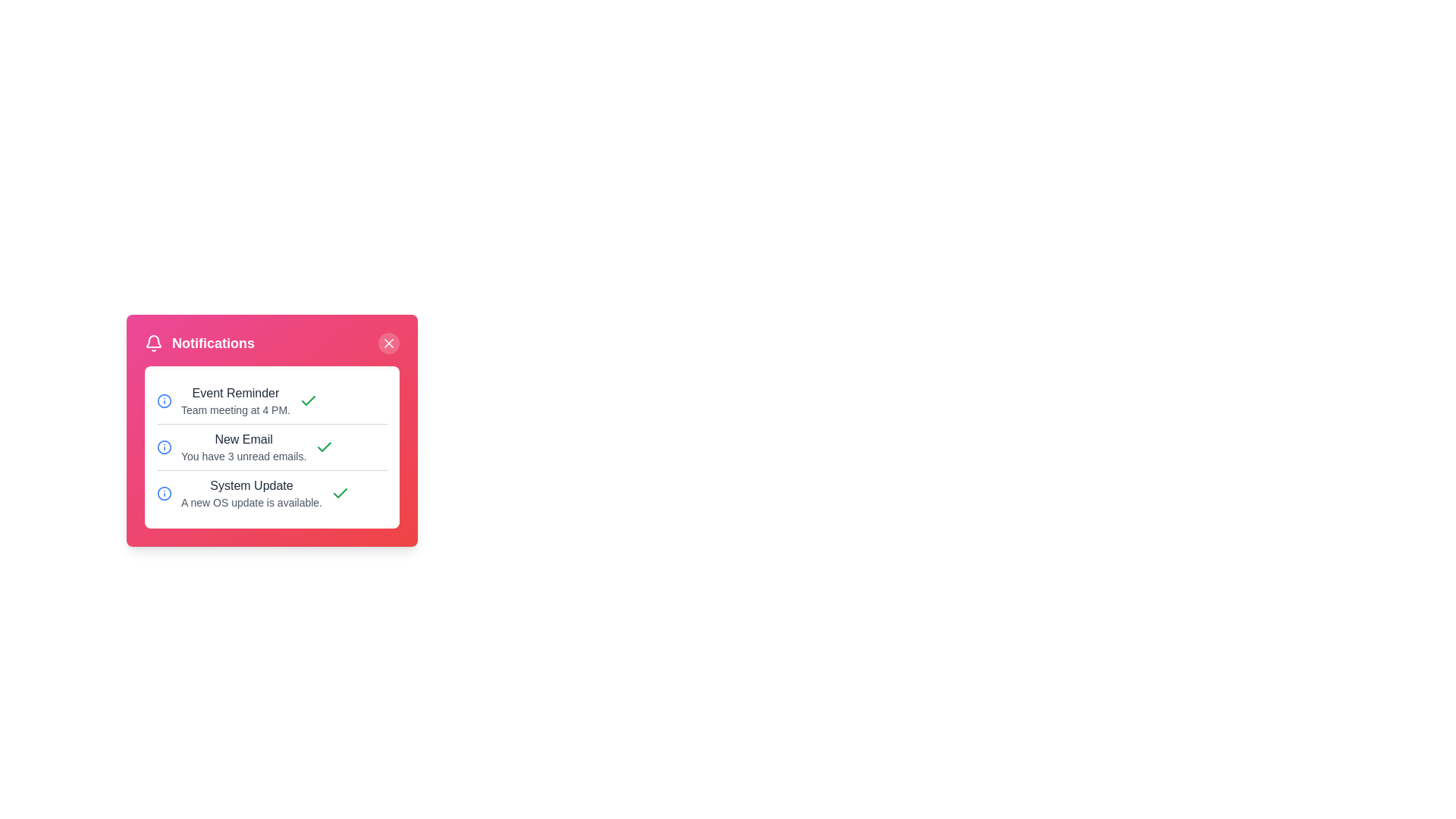 This screenshot has height=819, width=1456. I want to click on the 'System Update' notification completion icon located at the far-right corner of the notification card, so click(340, 494).